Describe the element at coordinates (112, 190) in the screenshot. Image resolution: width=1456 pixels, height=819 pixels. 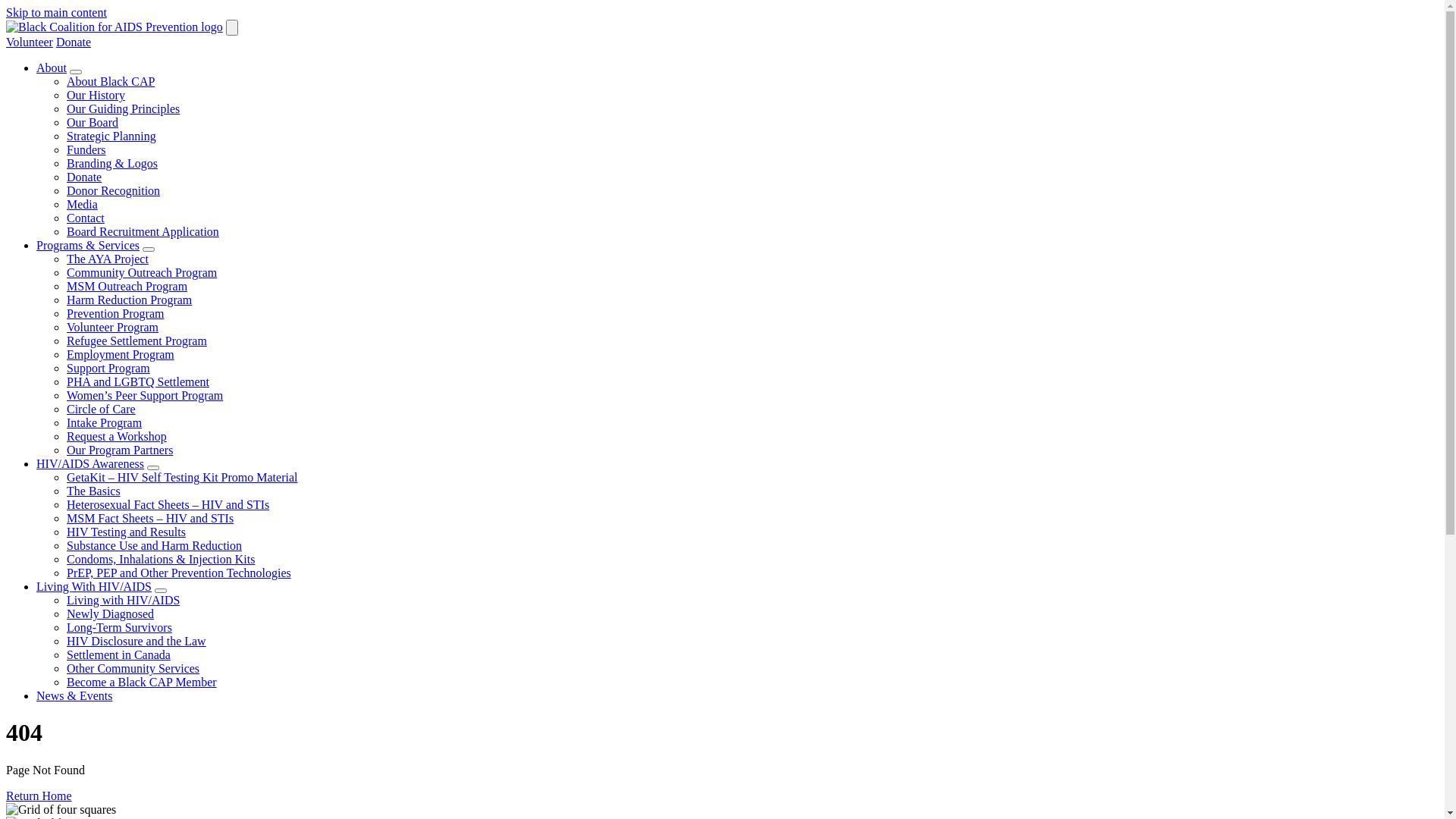
I see `'Donor Recognition'` at that location.